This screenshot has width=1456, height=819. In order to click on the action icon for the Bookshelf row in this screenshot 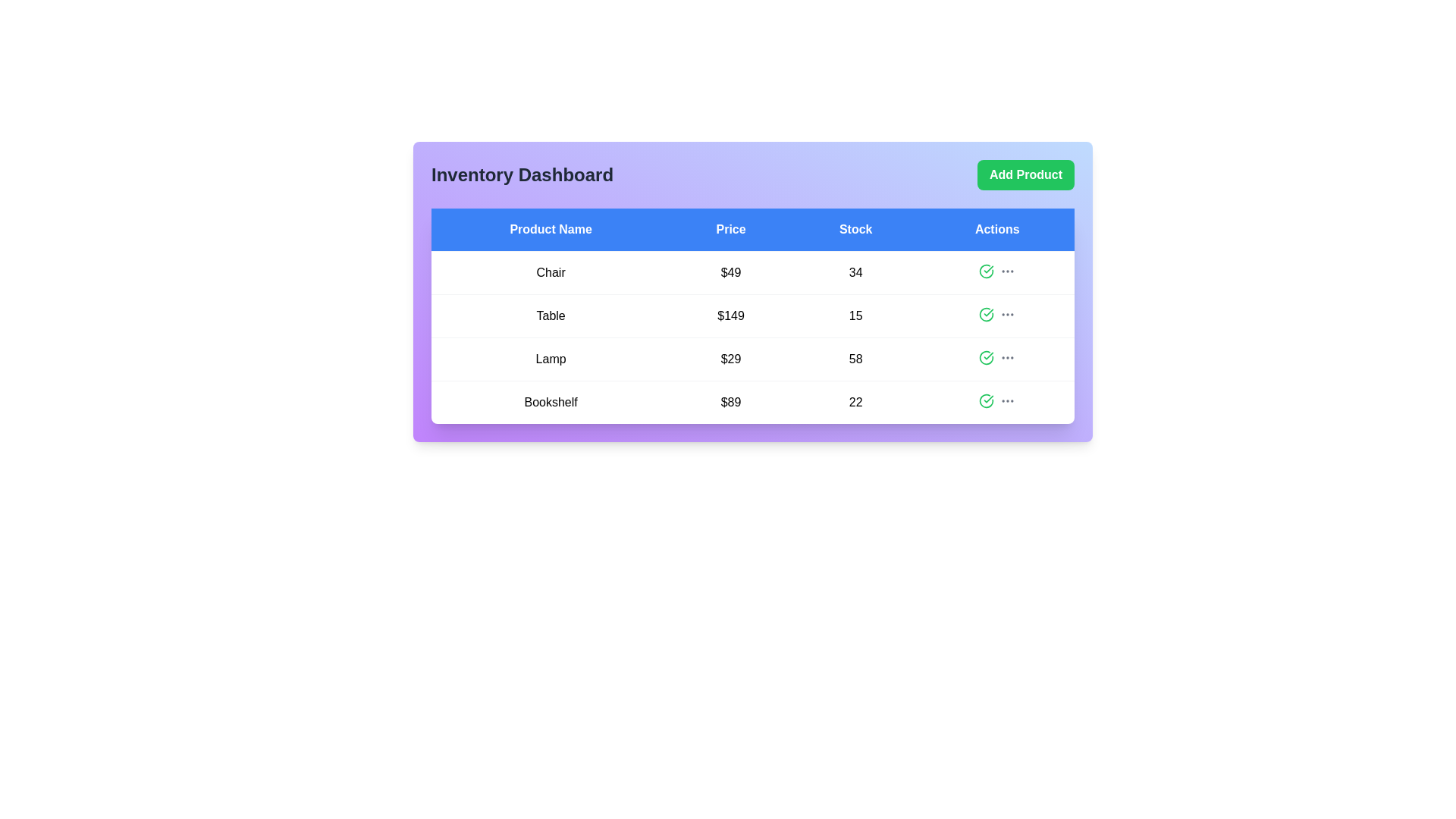, I will do `click(986, 400)`.